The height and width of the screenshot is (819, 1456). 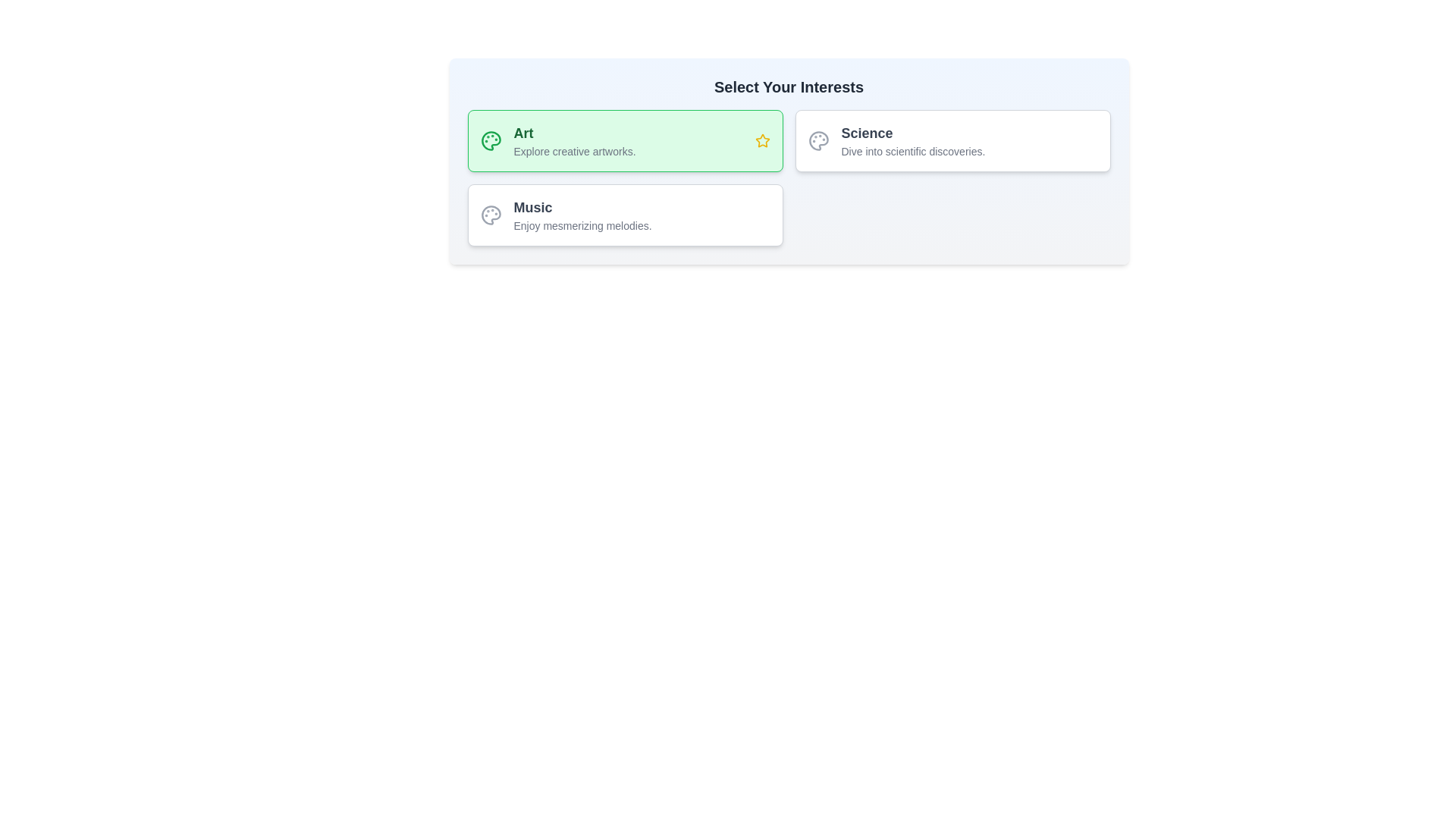 What do you see at coordinates (625, 215) in the screenshot?
I see `the category Music by clicking its button` at bounding box center [625, 215].